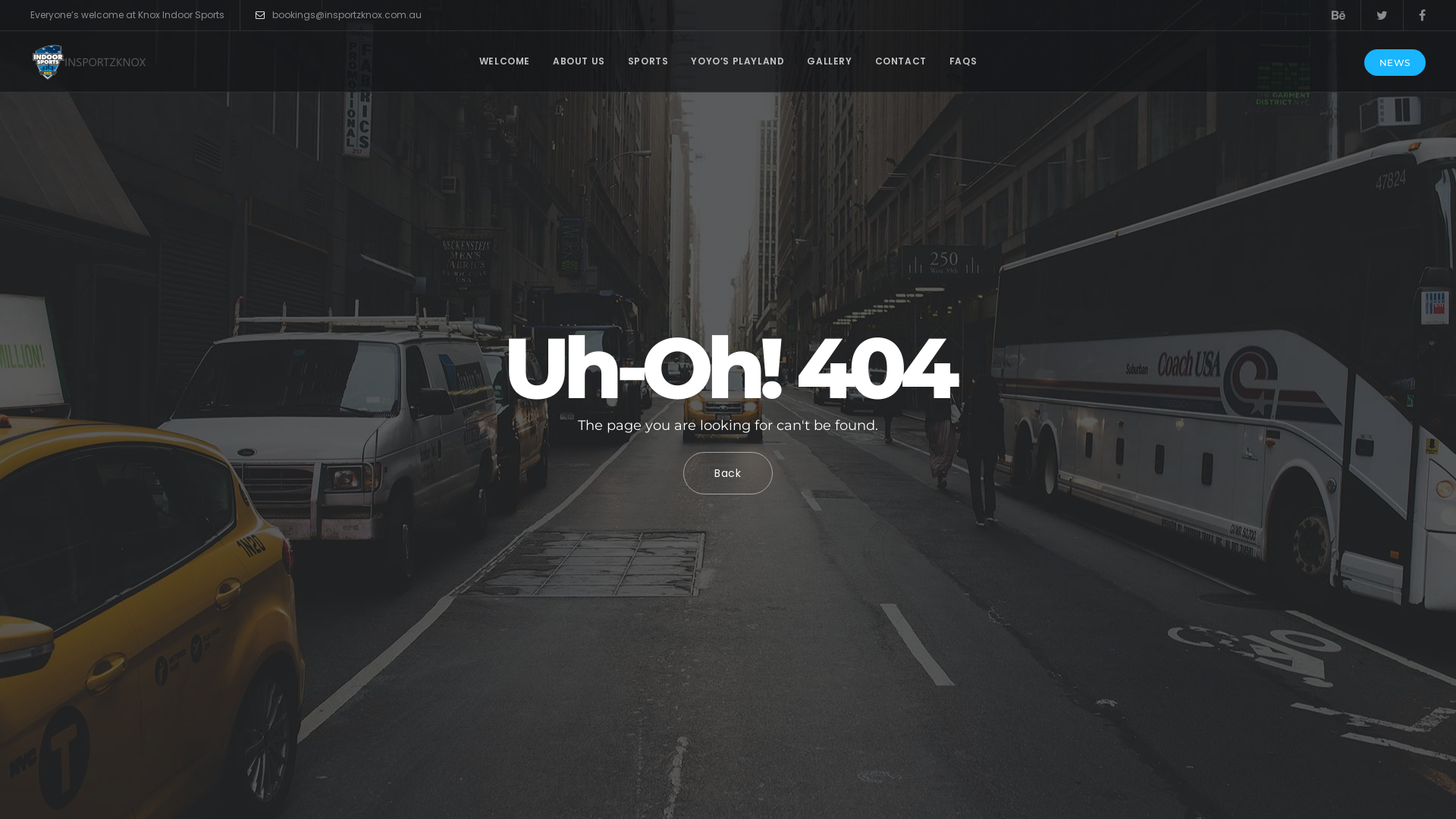 The image size is (1456, 819). Describe the element at coordinates (337, 14) in the screenshot. I see `'bookings@insportzknox.com.au'` at that location.